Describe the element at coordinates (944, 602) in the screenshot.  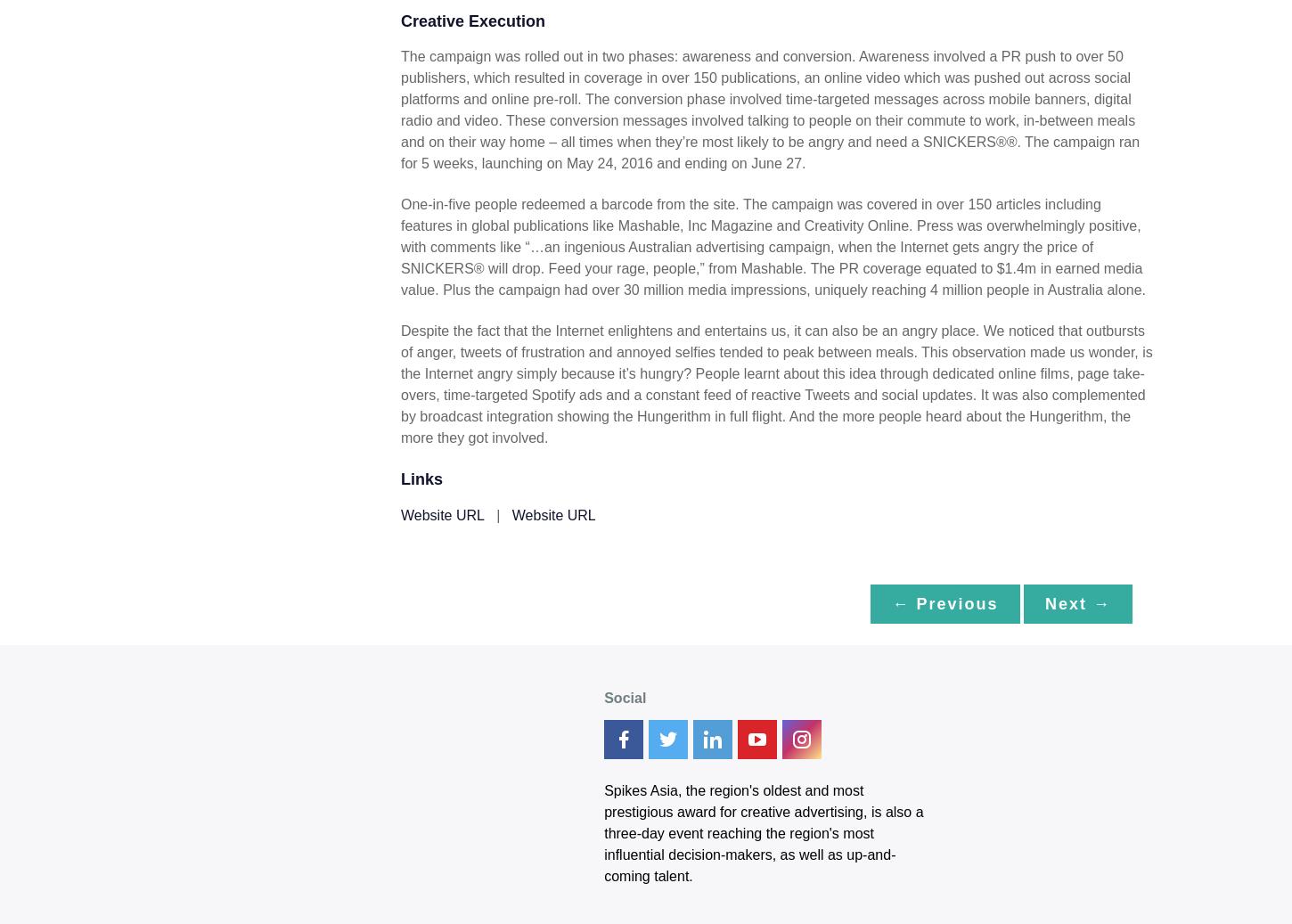
I see `'← Previous'` at that location.